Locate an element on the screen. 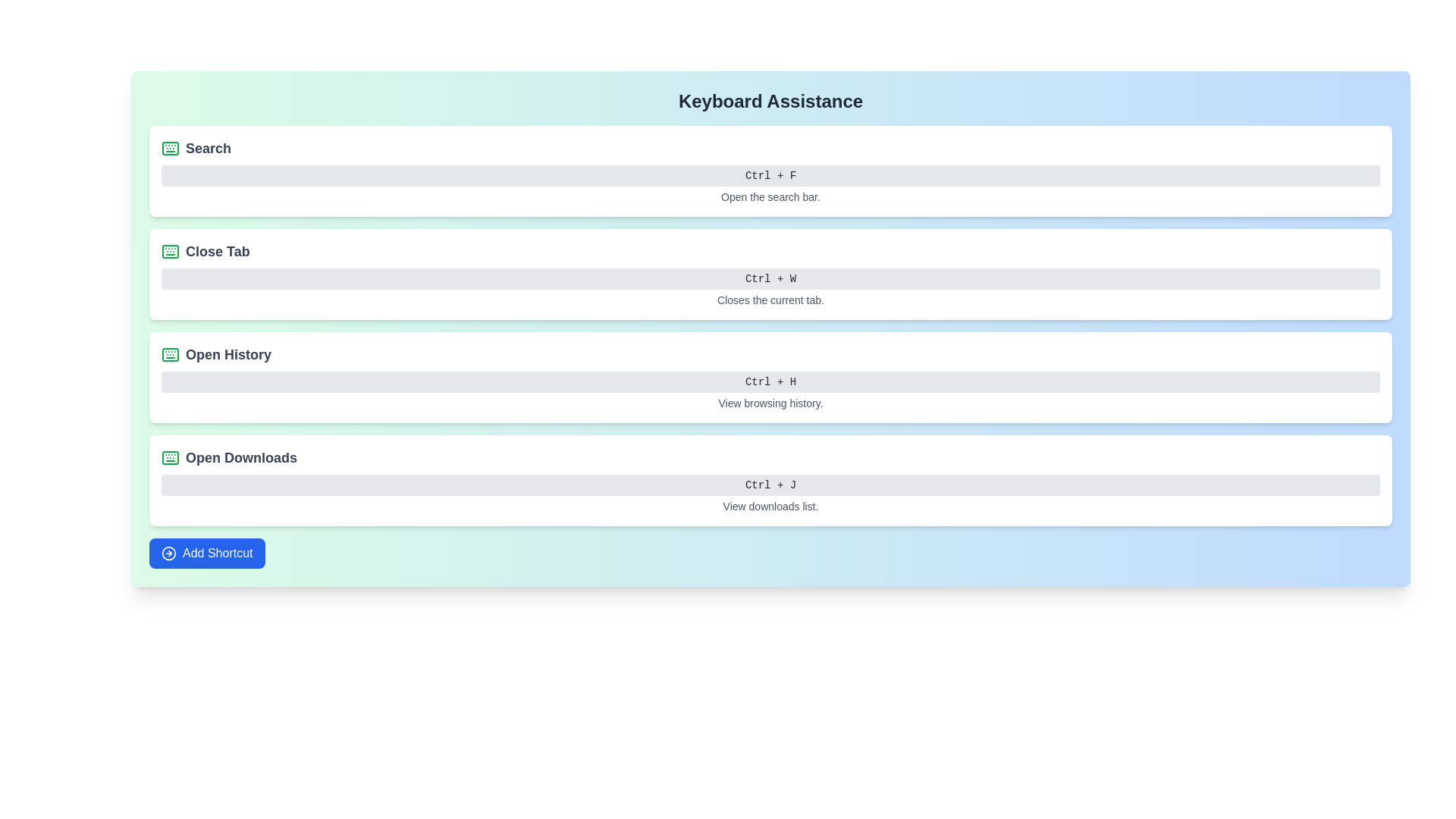 This screenshot has height=819, width=1456. the Shortcut indicator for the 'Open History' section, which shows 'Ctrl + H' as the keyboard shortcut is located at coordinates (770, 381).